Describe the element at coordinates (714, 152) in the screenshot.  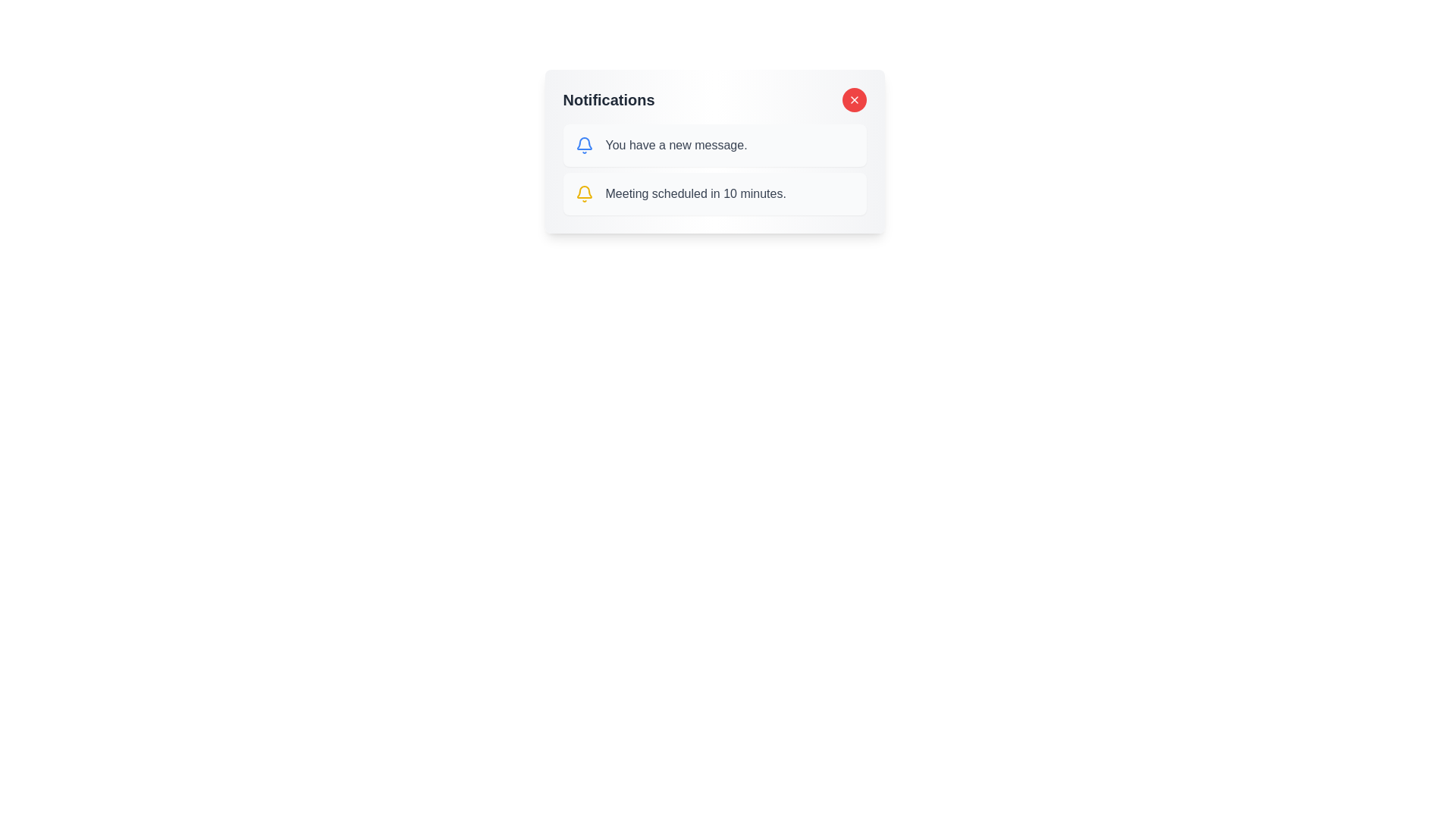
I see `notifications from the Notification Panel, which has a heading labeled 'Notifications' and contains multiple entries` at that location.